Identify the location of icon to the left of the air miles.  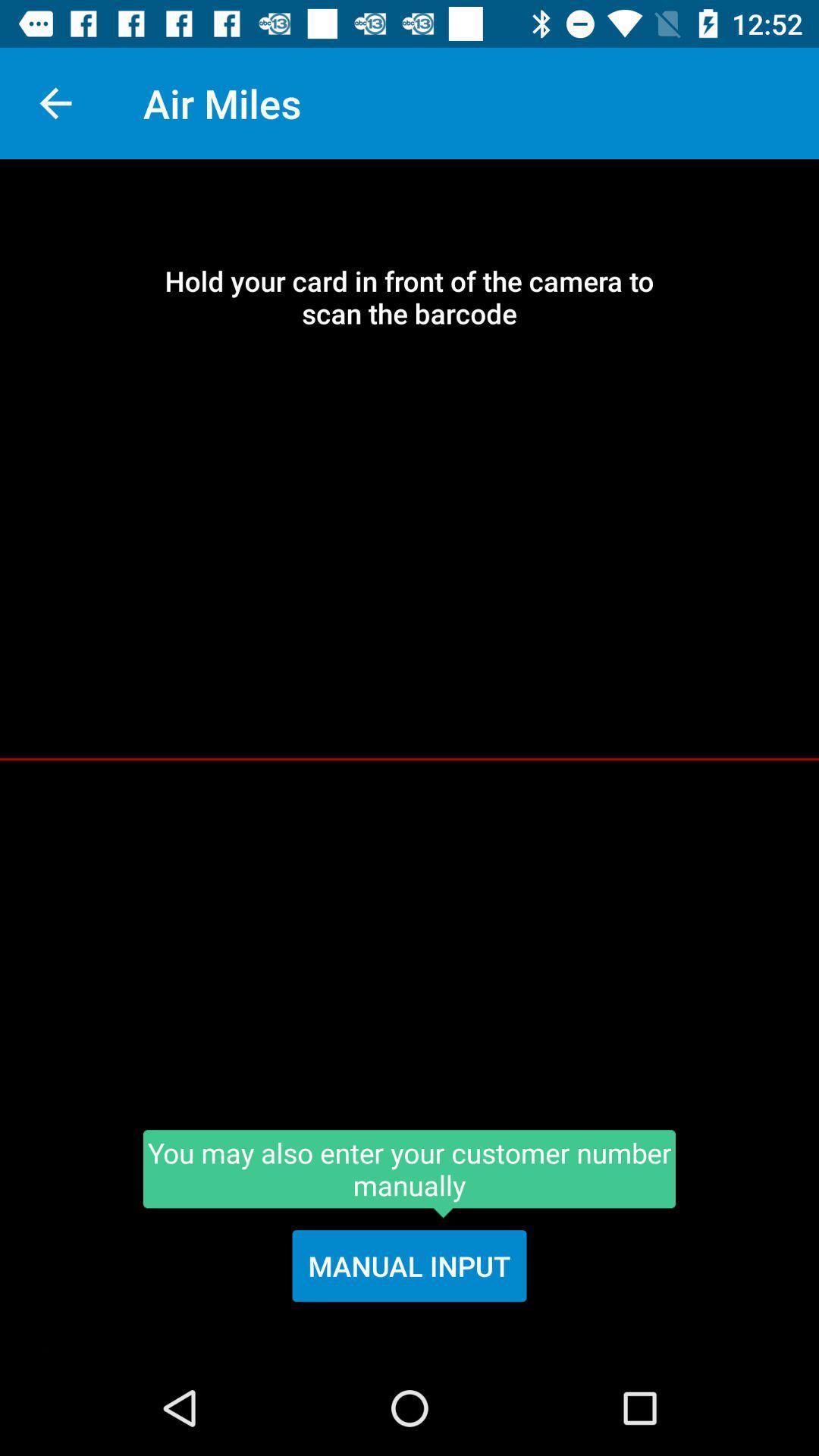
(55, 102).